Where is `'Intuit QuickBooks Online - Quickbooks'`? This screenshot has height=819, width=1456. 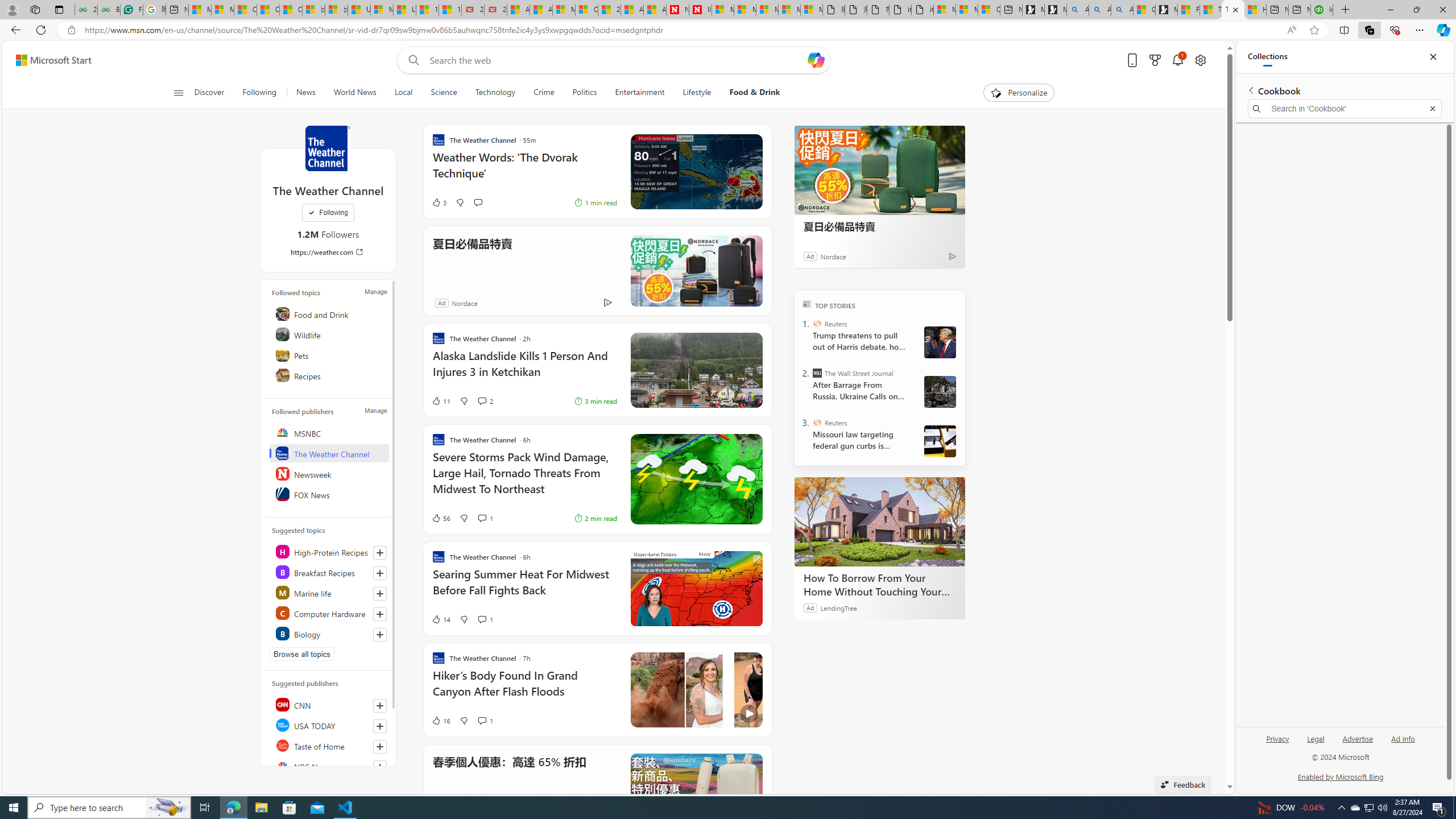
'Intuit QuickBooks Online - Quickbooks' is located at coordinates (1321, 9).